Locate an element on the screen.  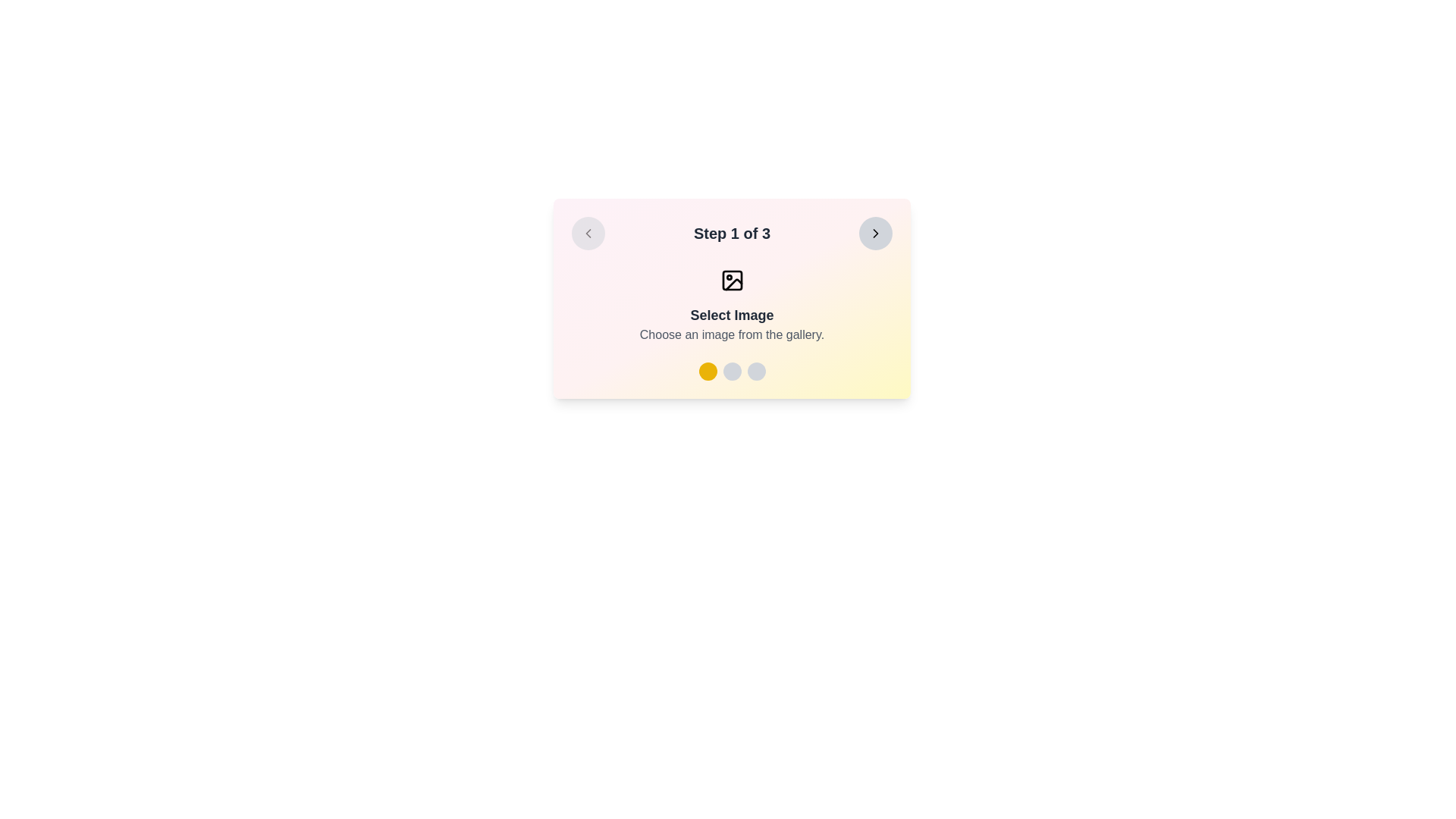
the right-pointing chevron-shaped icon located within a circular button on the right side of the card is located at coordinates (876, 234).